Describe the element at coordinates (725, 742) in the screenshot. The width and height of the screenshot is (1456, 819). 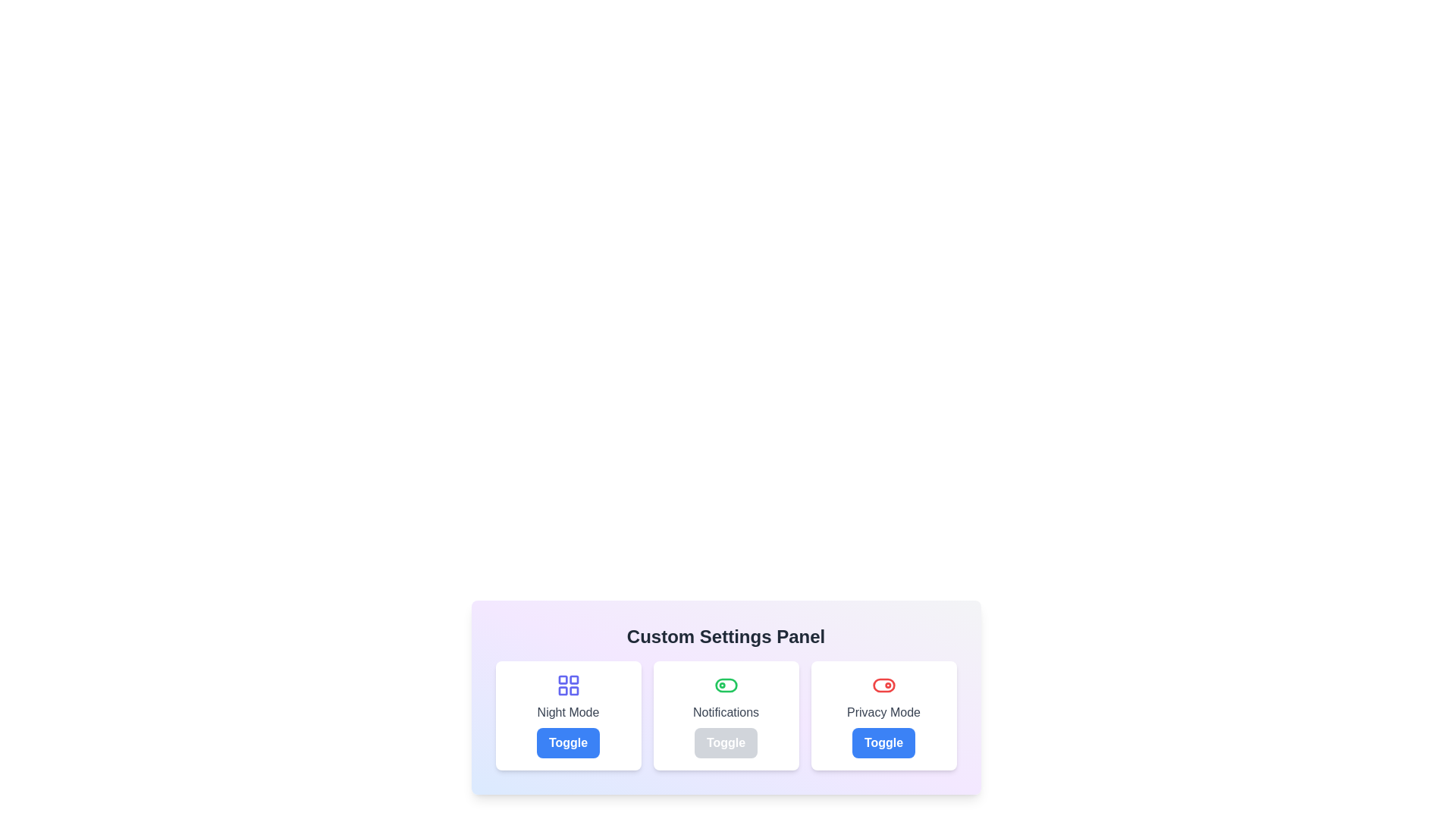
I see `'Toggle' button for the 'Notifications' setting` at that location.